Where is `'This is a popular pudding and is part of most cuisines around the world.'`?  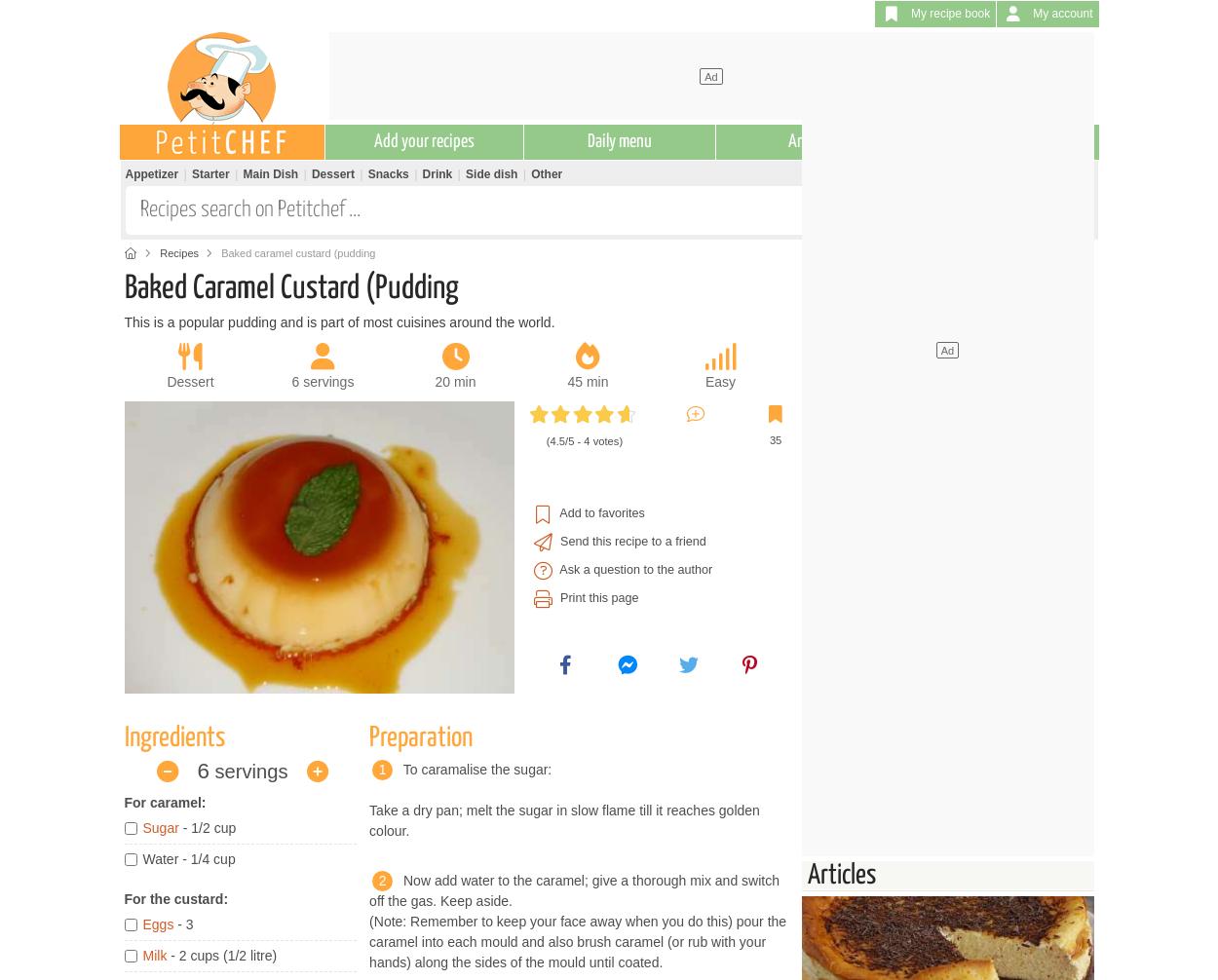
'This is a popular pudding and is part of most cuisines around the world.' is located at coordinates (338, 320).